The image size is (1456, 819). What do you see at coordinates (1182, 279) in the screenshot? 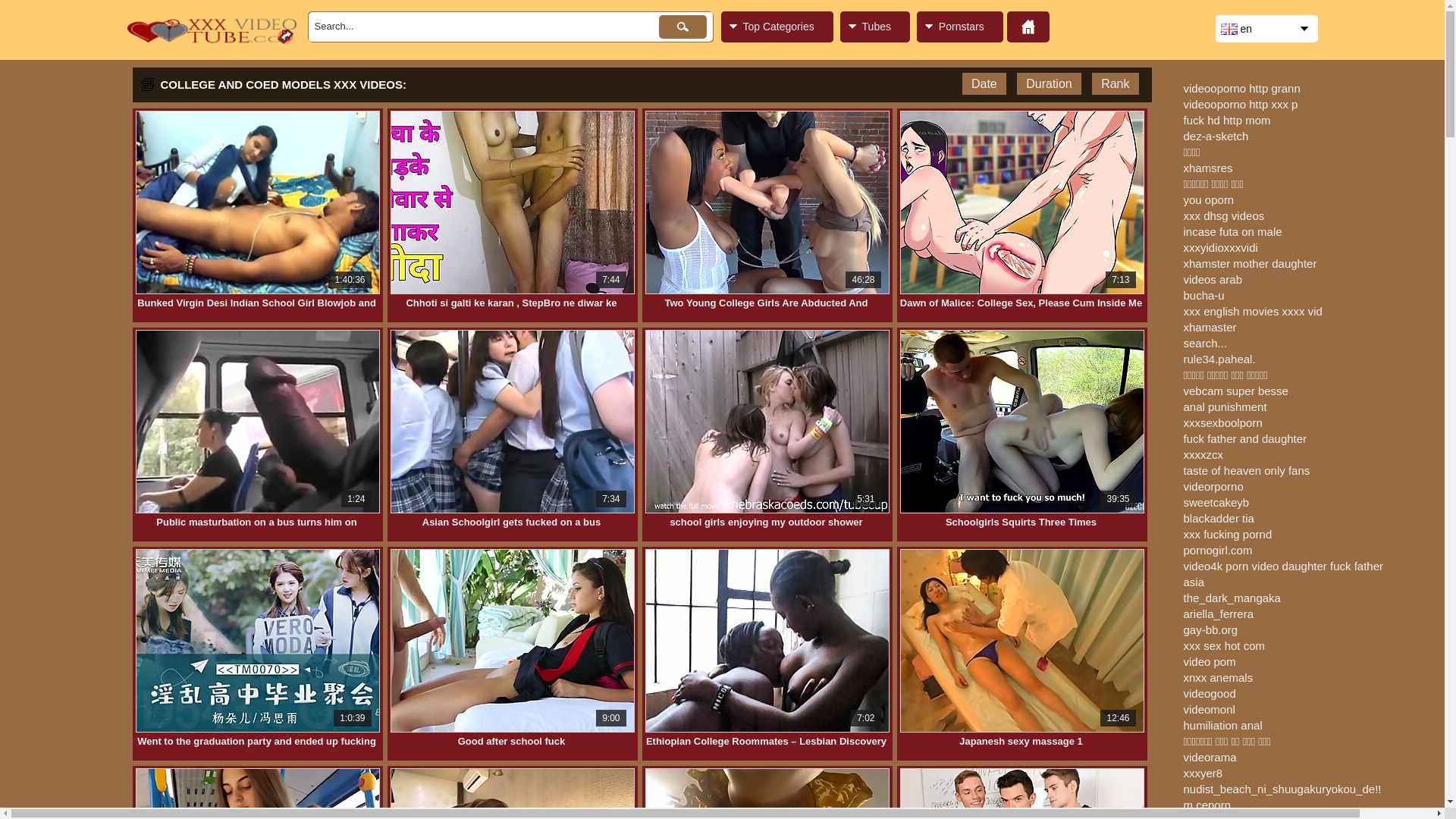
I see `'videos arab'` at bounding box center [1182, 279].